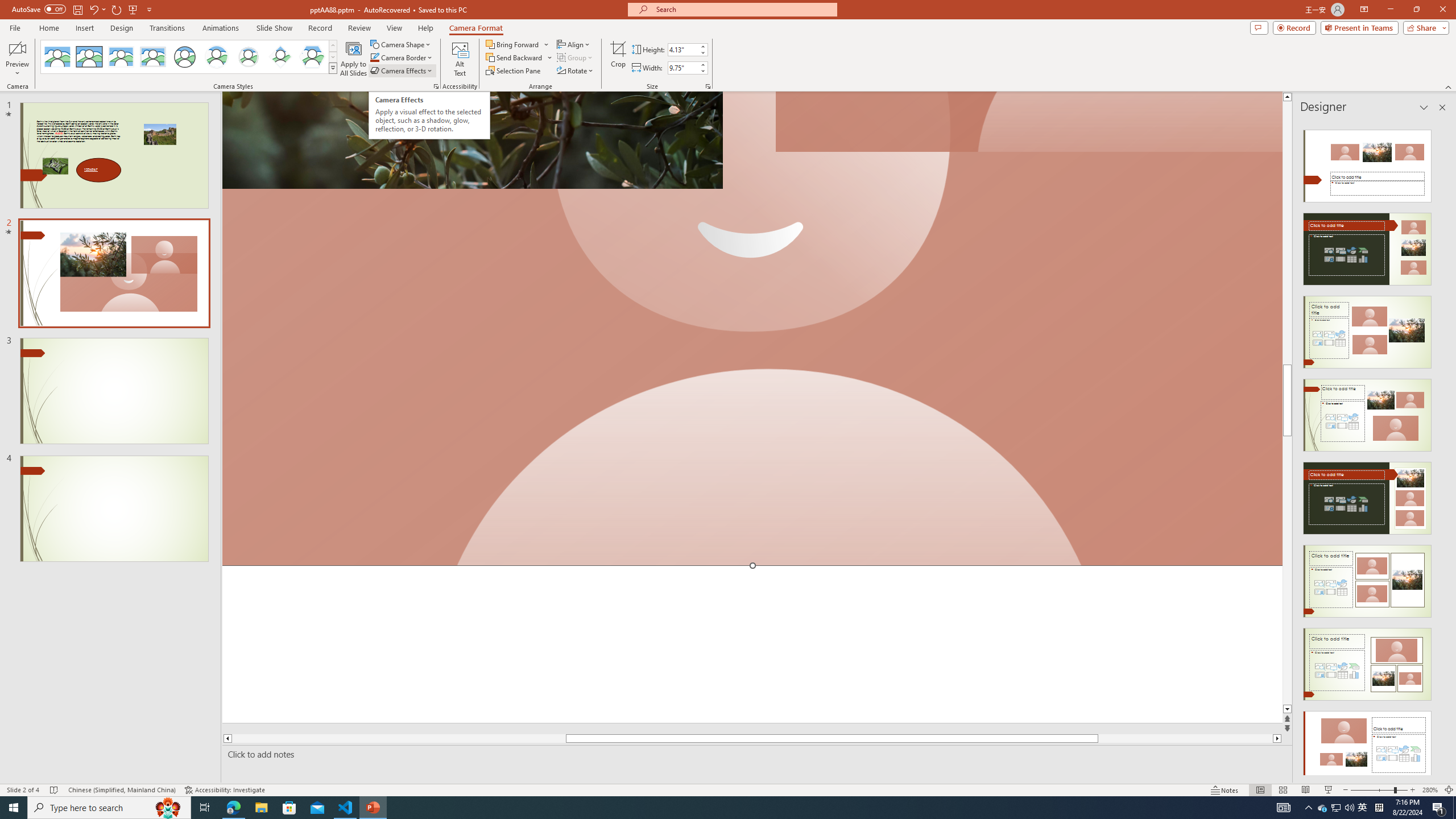 Image resolution: width=1456 pixels, height=819 pixels. What do you see at coordinates (754, 754) in the screenshot?
I see `'Slide Notes'` at bounding box center [754, 754].